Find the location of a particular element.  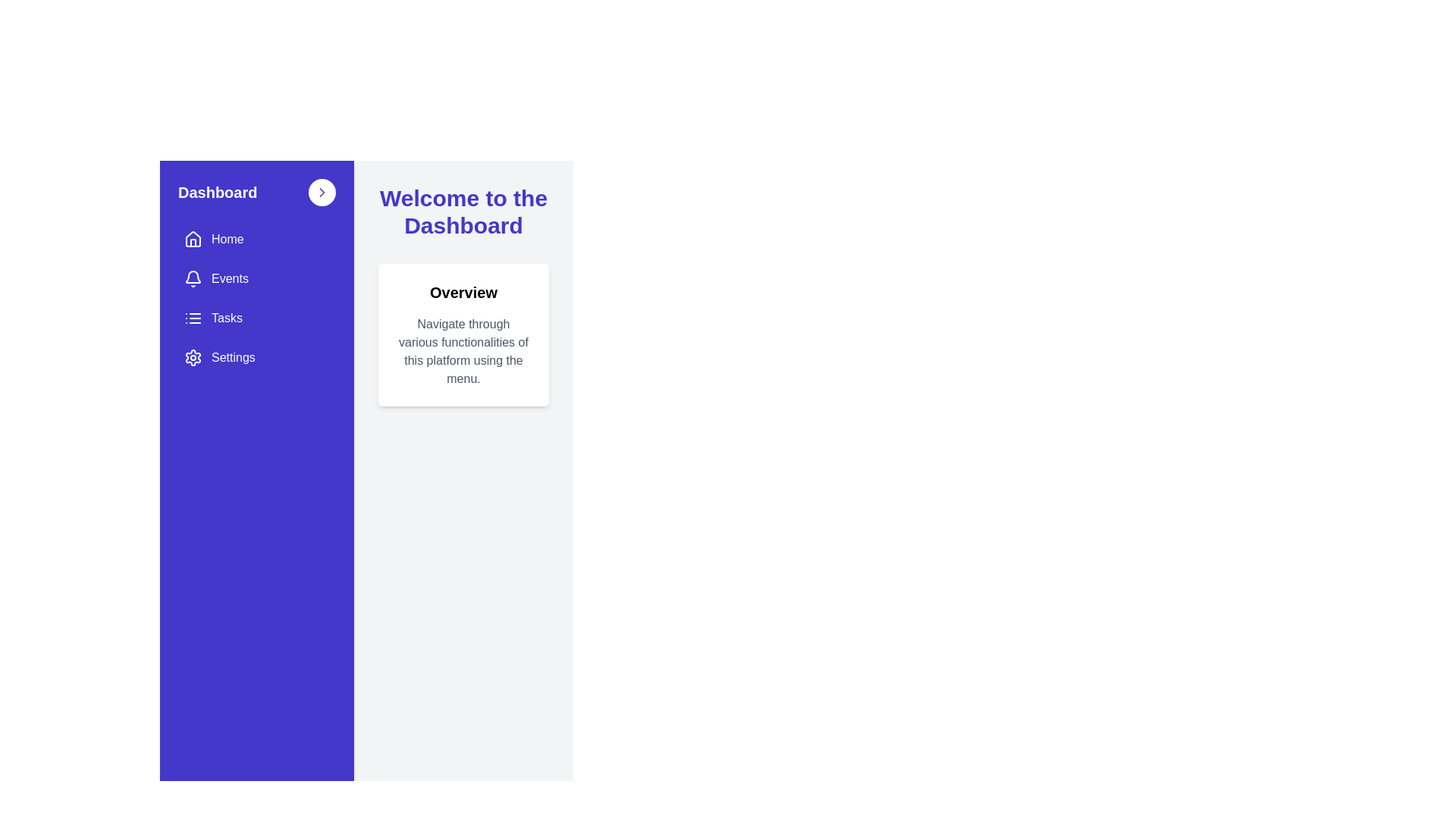

the first text label in the left vertical blue navigation bar, which serves as a navigational indicator for the current section being viewed is located at coordinates (217, 192).